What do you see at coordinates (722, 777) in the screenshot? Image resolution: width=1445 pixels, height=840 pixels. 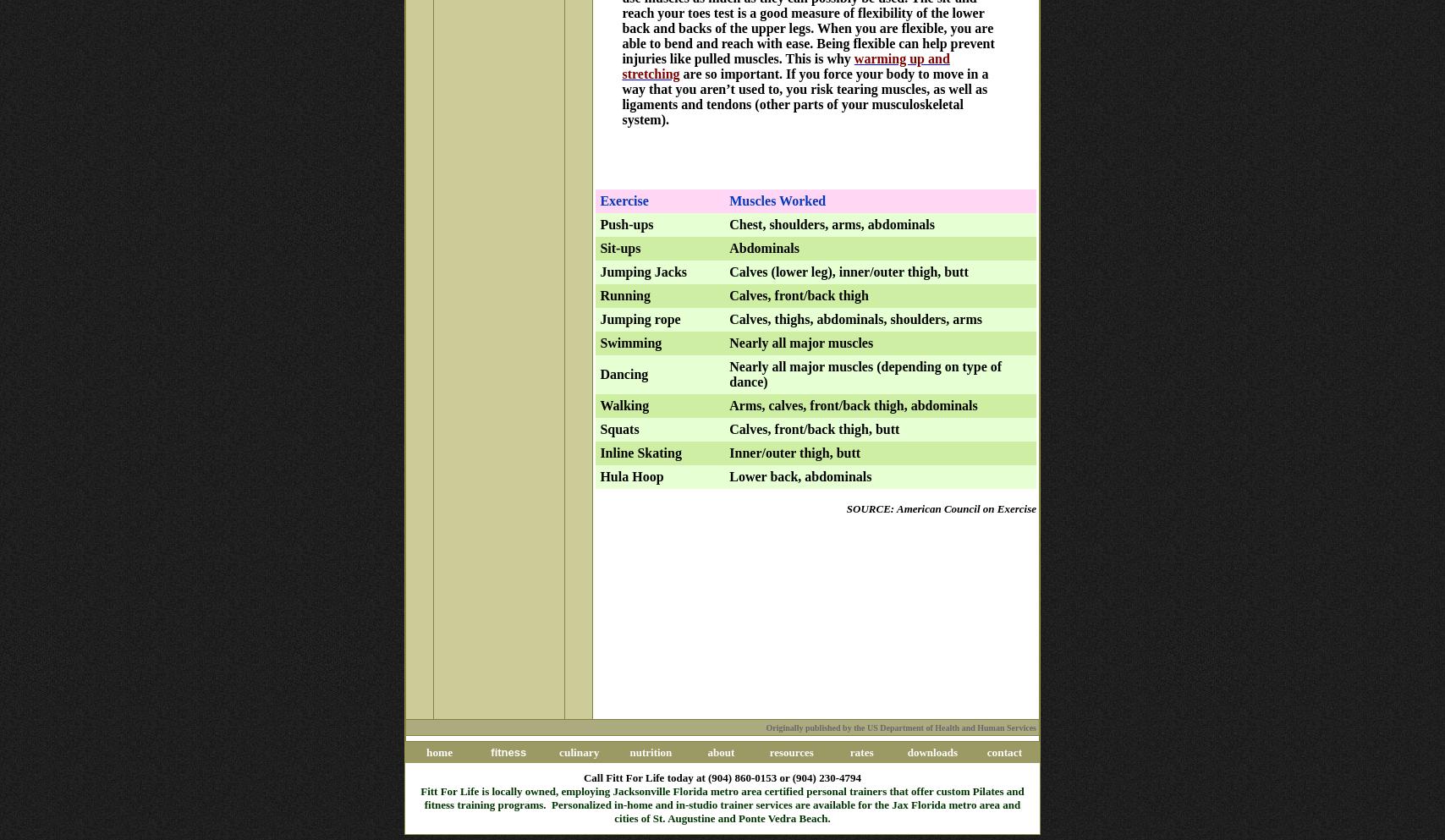 I see `'Call Fitt For Life today at (904) 860-0153 or (904) 230-4794'` at bounding box center [722, 777].